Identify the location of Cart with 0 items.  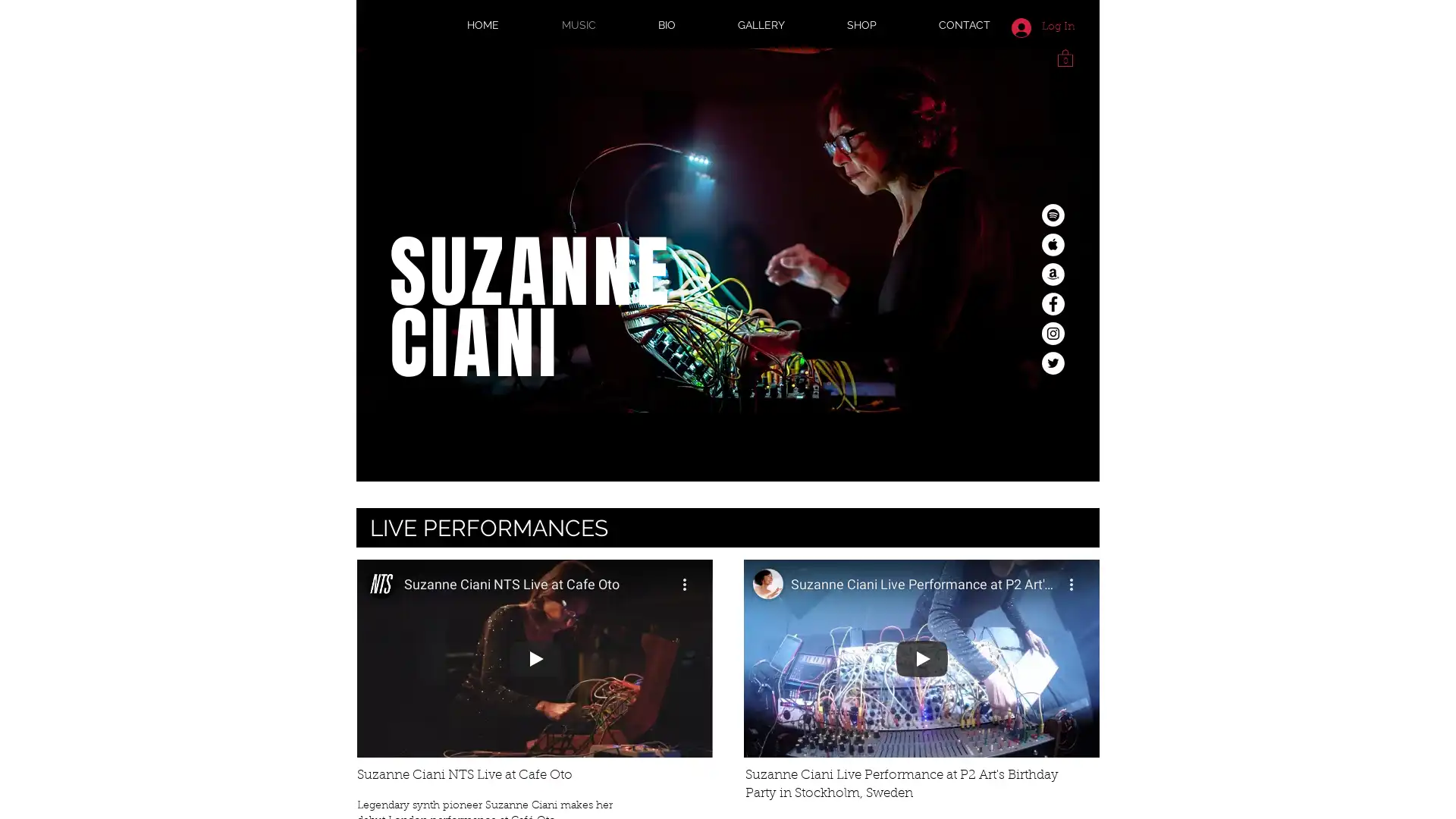
(1065, 56).